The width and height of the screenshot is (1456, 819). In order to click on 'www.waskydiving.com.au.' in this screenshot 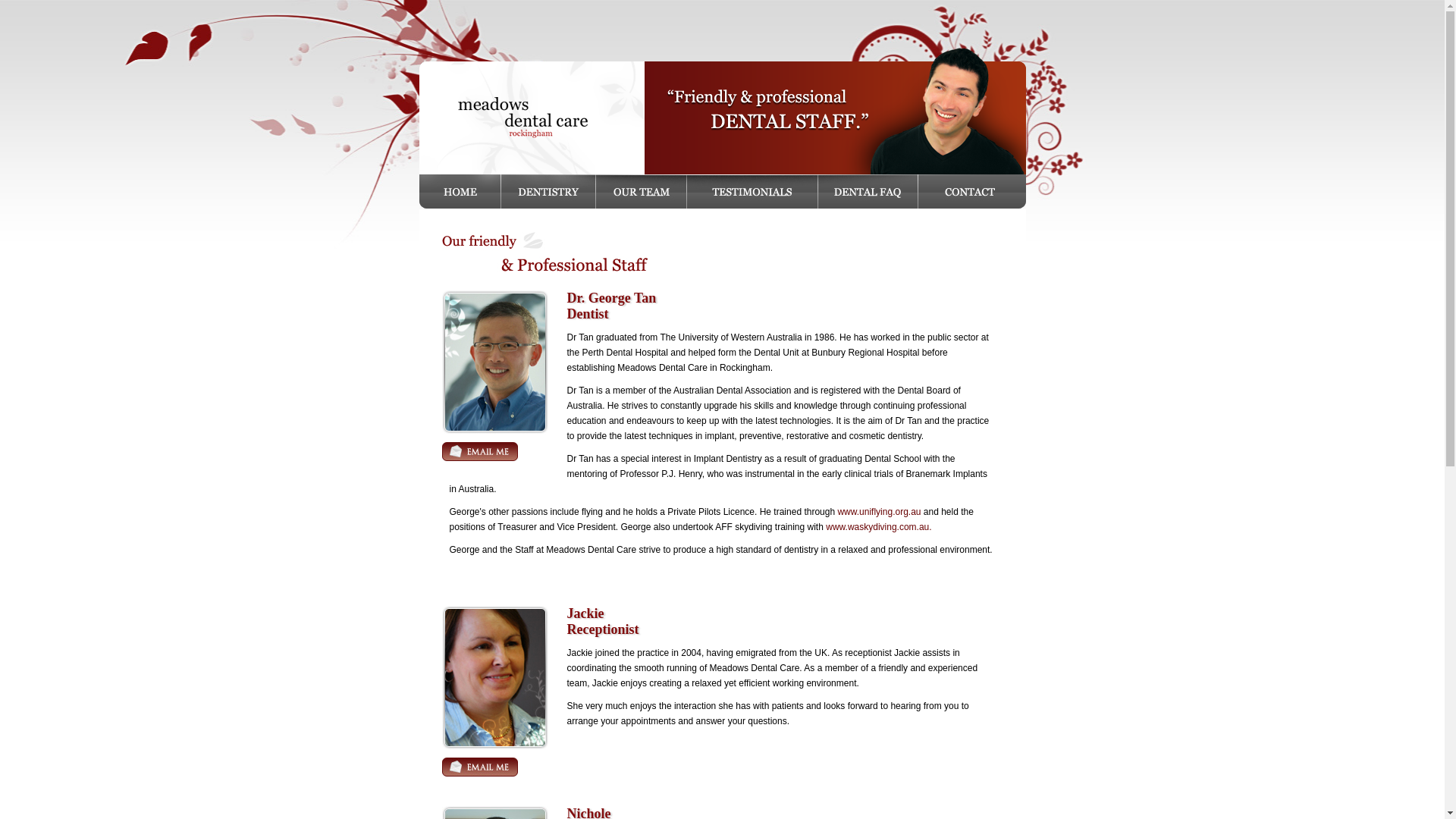, I will do `click(878, 526)`.